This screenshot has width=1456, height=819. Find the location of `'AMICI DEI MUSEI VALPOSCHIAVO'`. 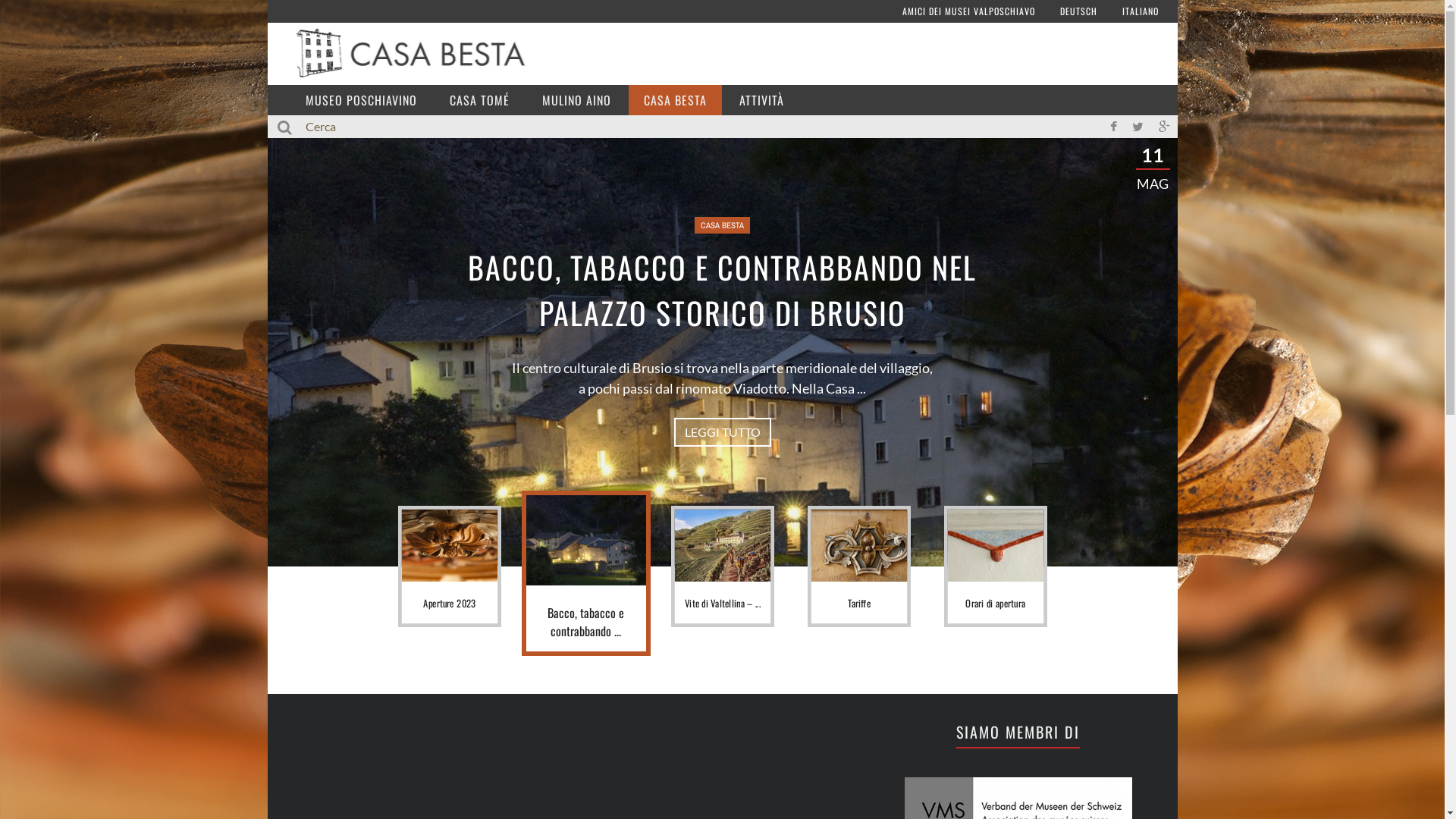

'AMICI DEI MUSEI VALPOSCHIAVO' is located at coordinates (968, 11).